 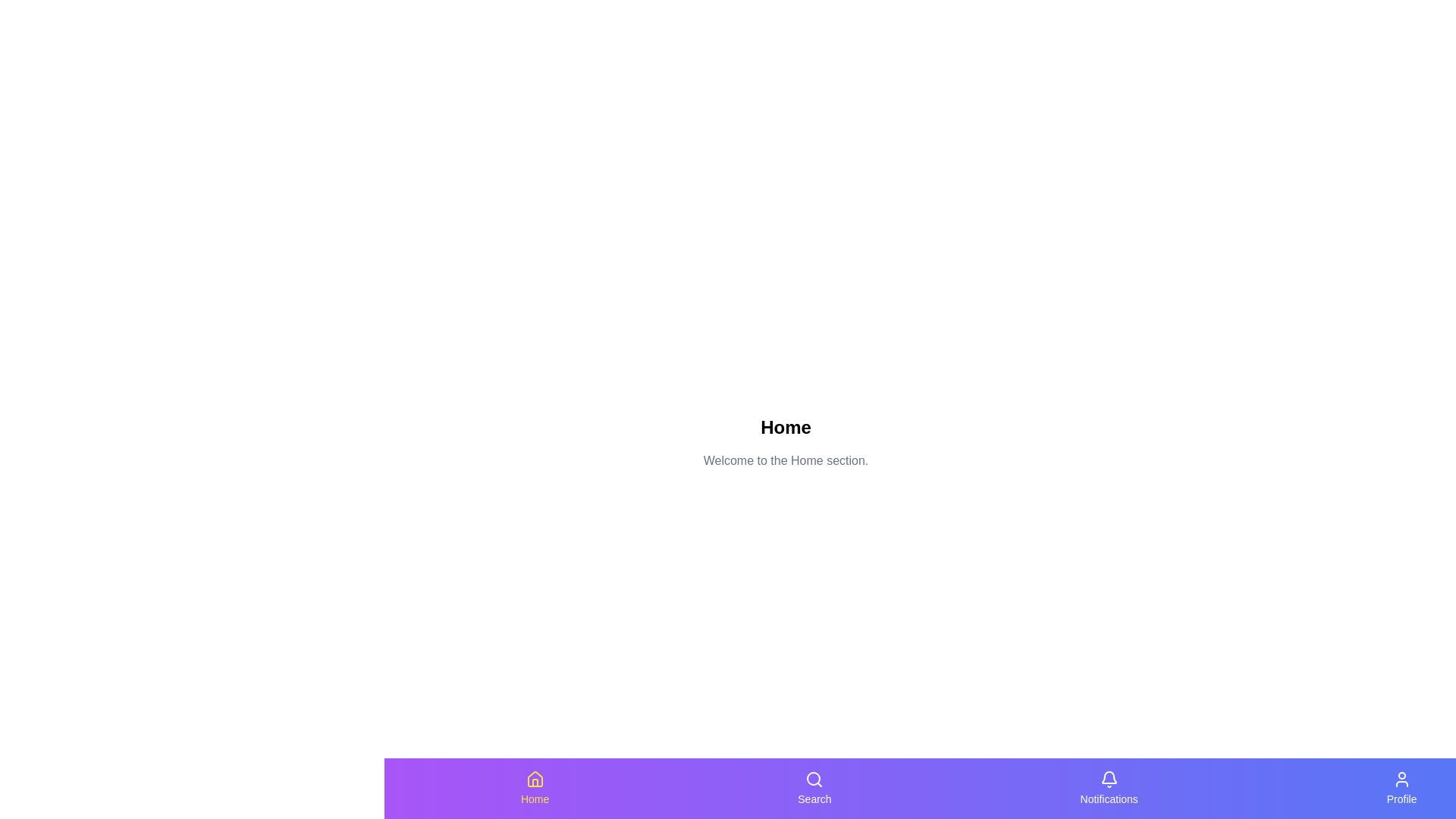 What do you see at coordinates (535, 779) in the screenshot?
I see `the 'Home' icon located in the bottom navigation bar` at bounding box center [535, 779].